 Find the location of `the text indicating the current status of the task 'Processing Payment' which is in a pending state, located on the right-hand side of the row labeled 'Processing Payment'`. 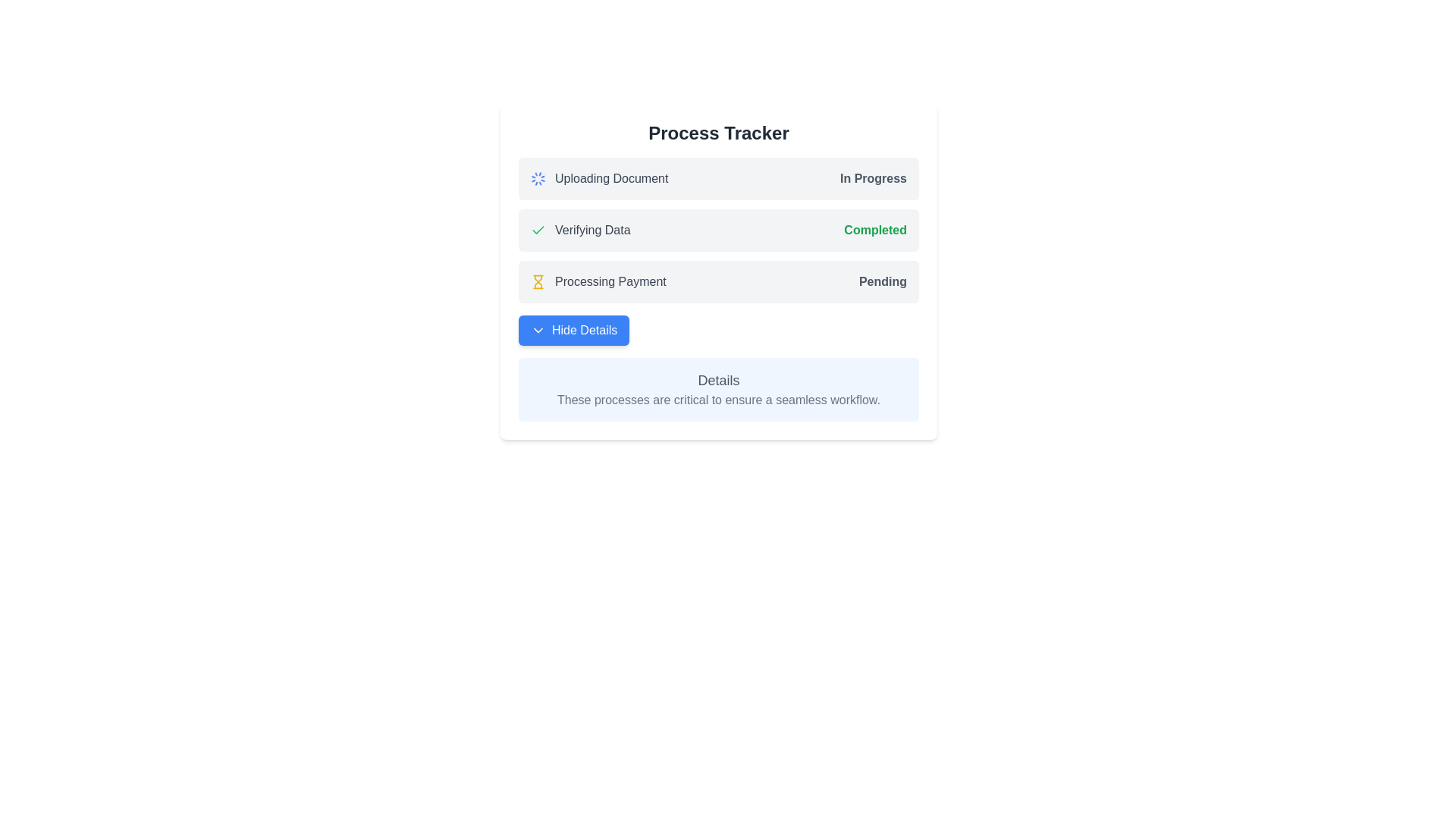

the text indicating the current status of the task 'Processing Payment' which is in a pending state, located on the right-hand side of the row labeled 'Processing Payment' is located at coordinates (883, 281).